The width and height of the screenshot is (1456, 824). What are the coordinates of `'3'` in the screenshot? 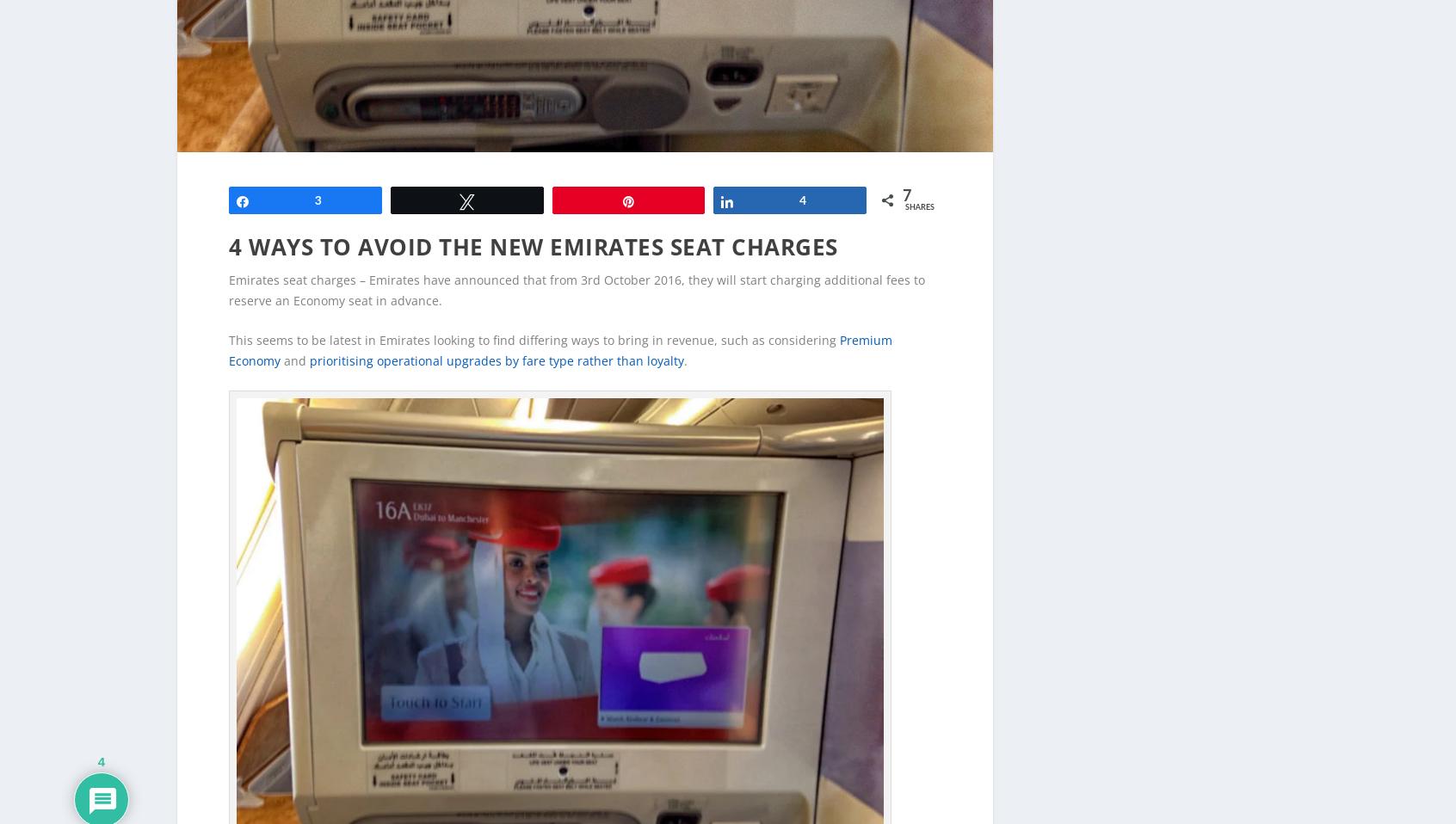 It's located at (318, 171).